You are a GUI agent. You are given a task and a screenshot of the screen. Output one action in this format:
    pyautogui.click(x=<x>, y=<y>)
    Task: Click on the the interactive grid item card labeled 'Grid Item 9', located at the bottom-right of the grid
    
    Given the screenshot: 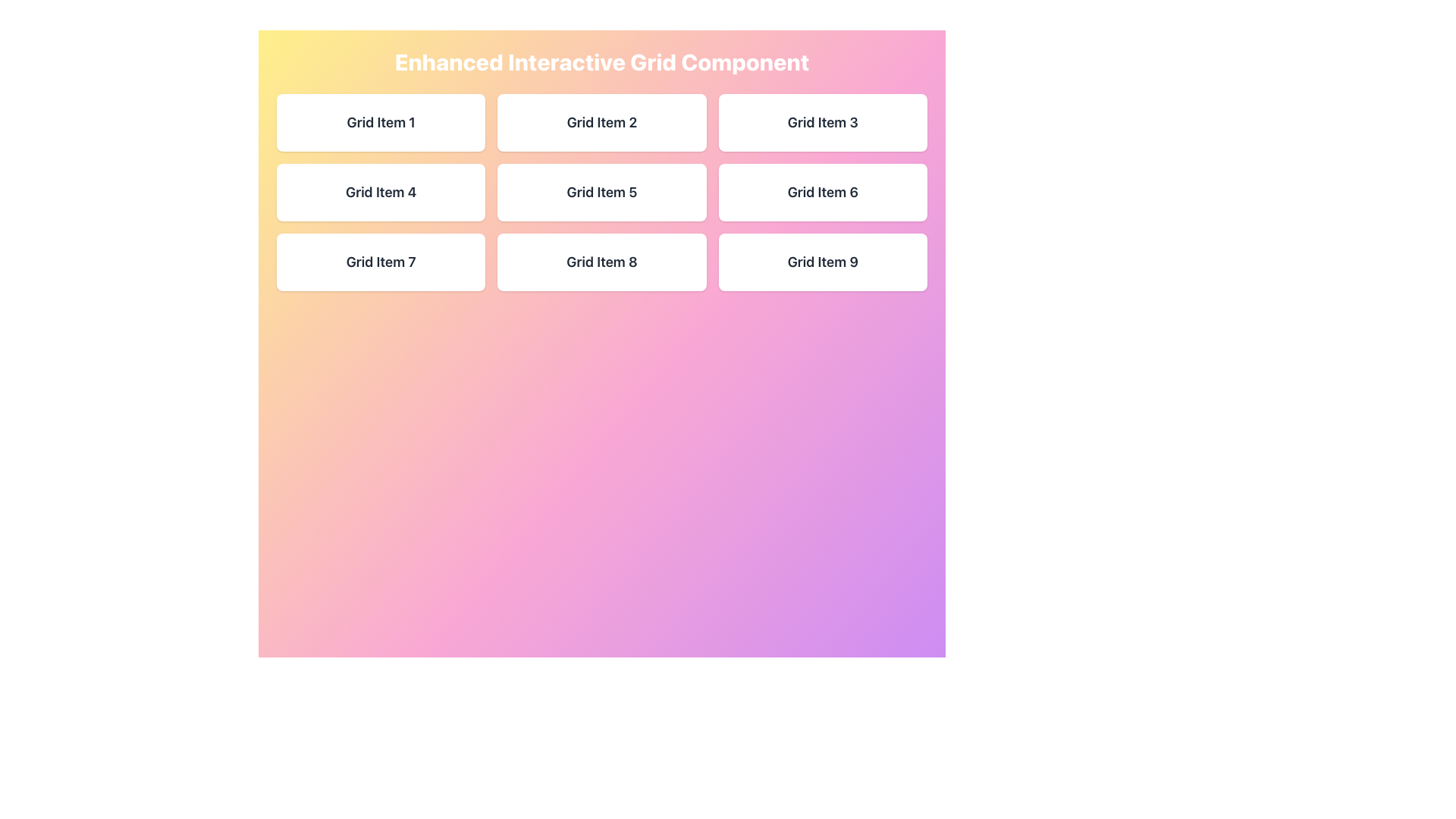 What is the action you would take?
    pyautogui.click(x=822, y=262)
    